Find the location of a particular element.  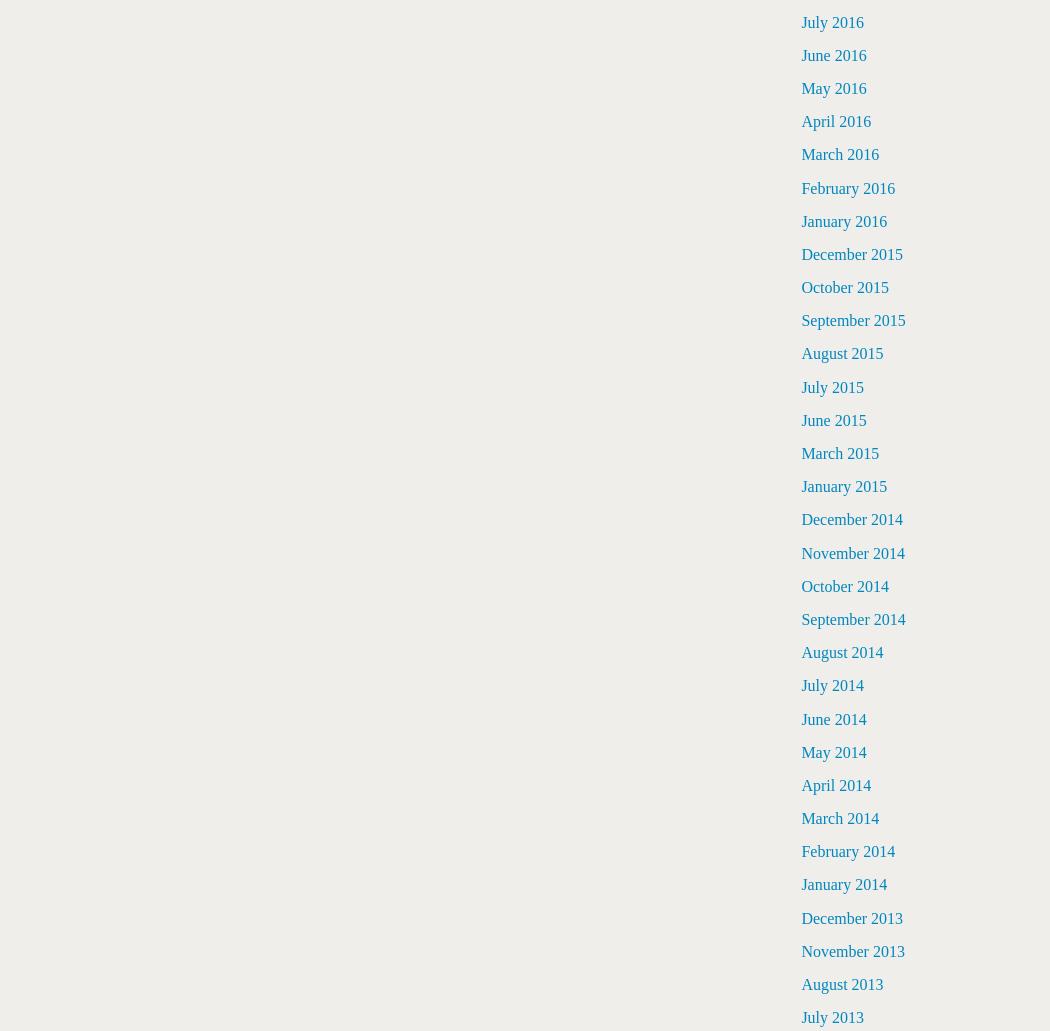

'January 2015' is located at coordinates (843, 486).